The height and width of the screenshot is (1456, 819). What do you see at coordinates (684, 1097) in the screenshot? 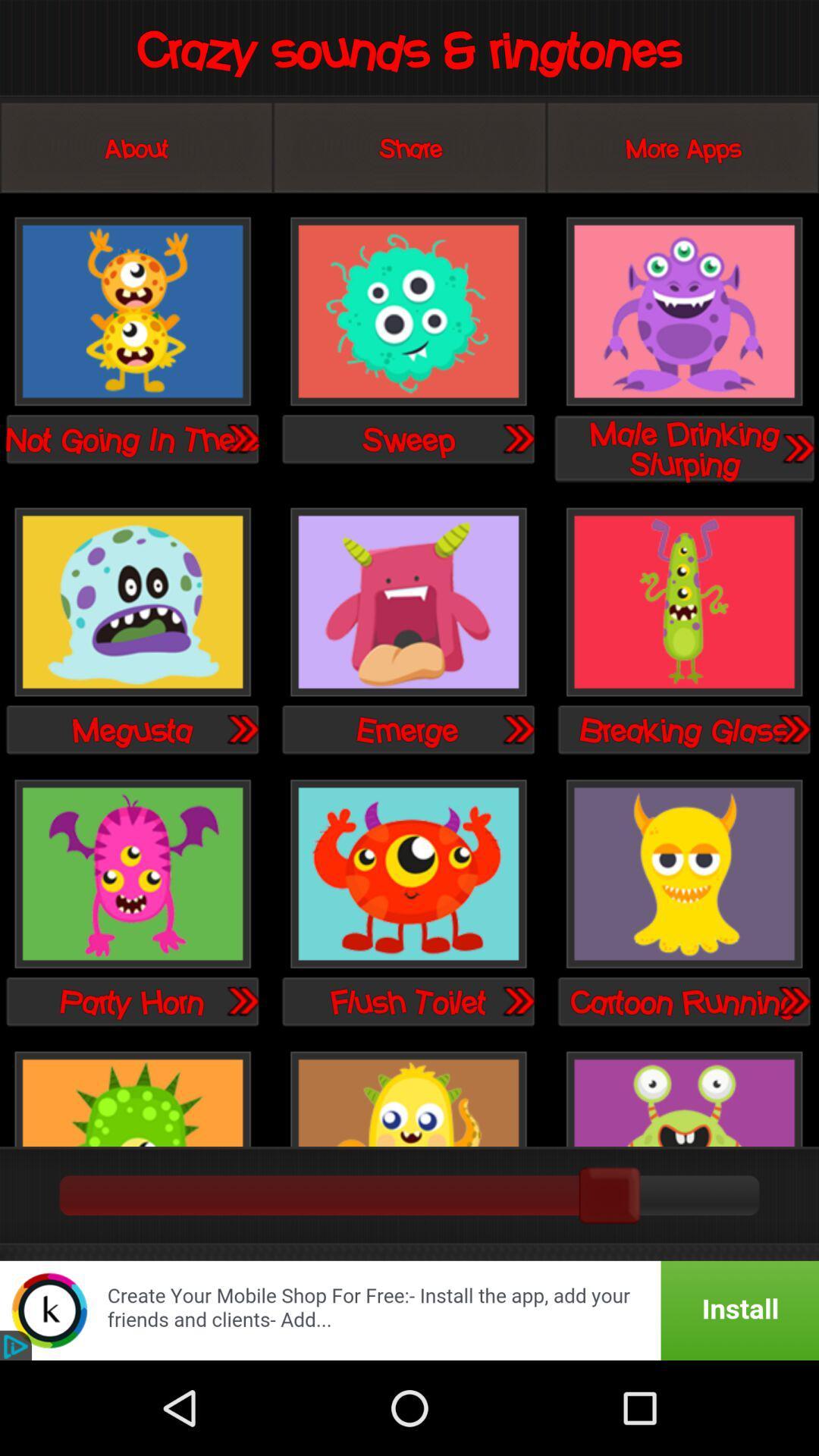
I see `its the crazy one` at bounding box center [684, 1097].